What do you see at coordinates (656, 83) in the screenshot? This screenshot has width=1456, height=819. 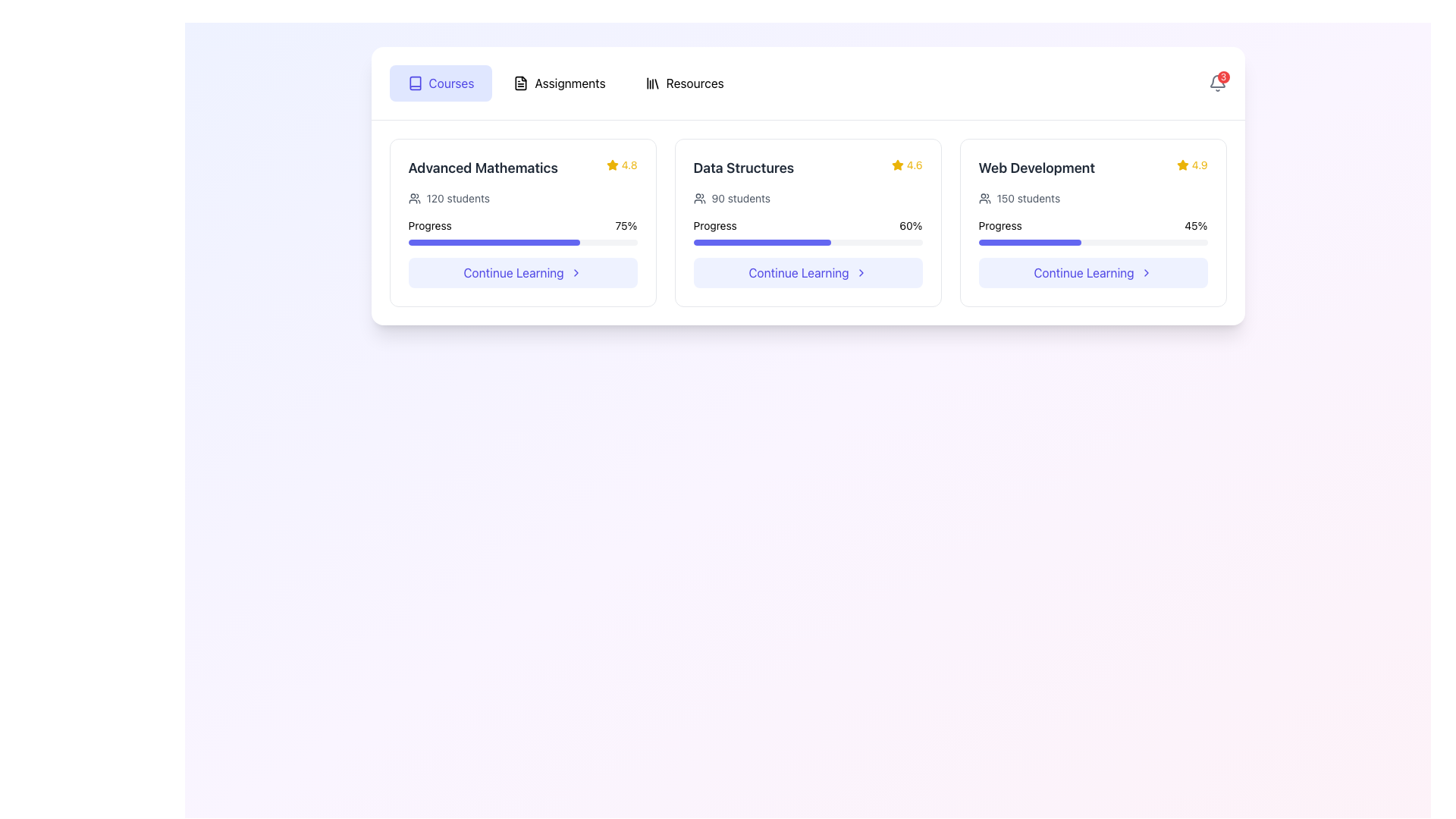 I see `the second vertical line icon in the top menu bar, which is part of a group of four similar lines` at bounding box center [656, 83].